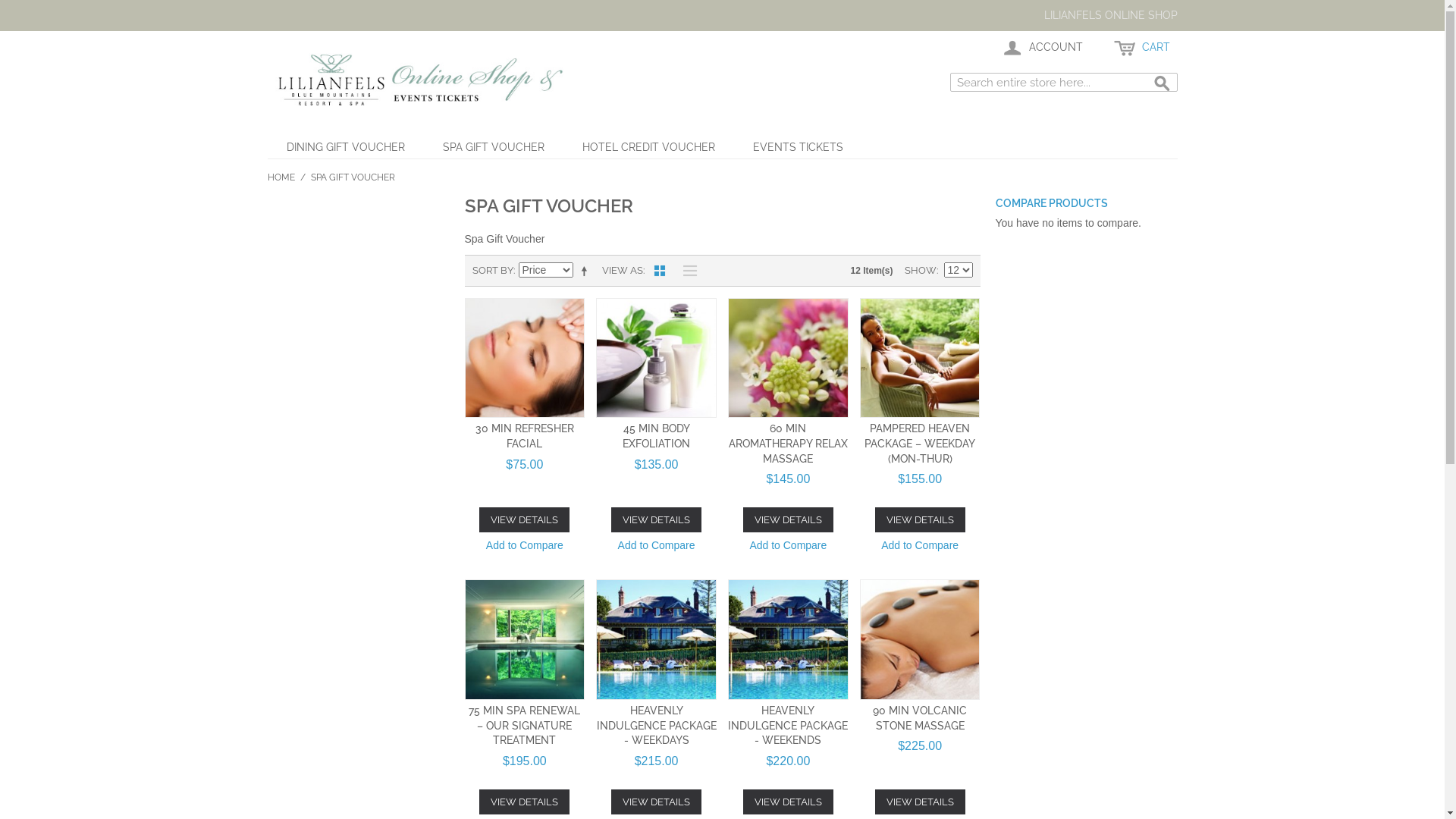 The height and width of the screenshot is (819, 1456). Describe the element at coordinates (280, 177) in the screenshot. I see `'HOME'` at that location.